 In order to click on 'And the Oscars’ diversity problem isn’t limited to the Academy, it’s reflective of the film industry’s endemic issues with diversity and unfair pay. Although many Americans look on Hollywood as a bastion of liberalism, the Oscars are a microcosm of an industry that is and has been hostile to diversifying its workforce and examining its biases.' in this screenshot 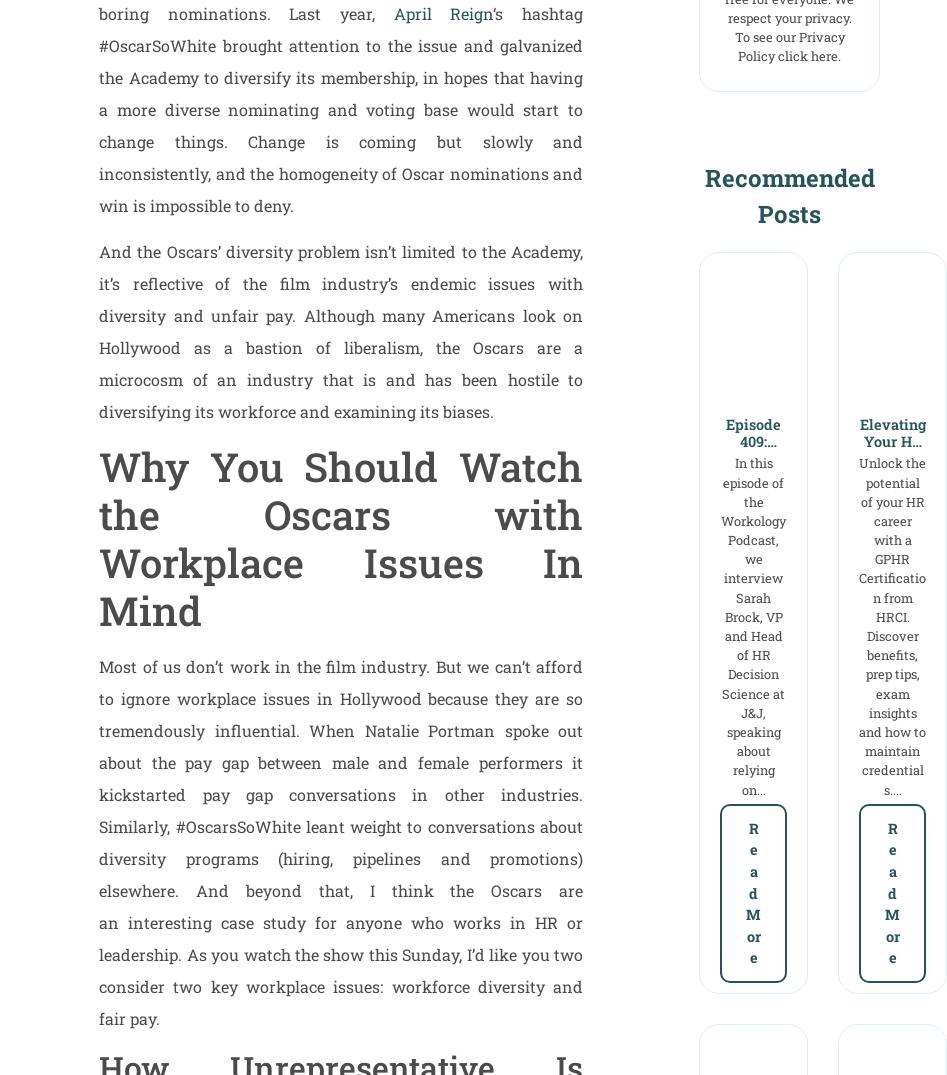, I will do `click(340, 330)`.